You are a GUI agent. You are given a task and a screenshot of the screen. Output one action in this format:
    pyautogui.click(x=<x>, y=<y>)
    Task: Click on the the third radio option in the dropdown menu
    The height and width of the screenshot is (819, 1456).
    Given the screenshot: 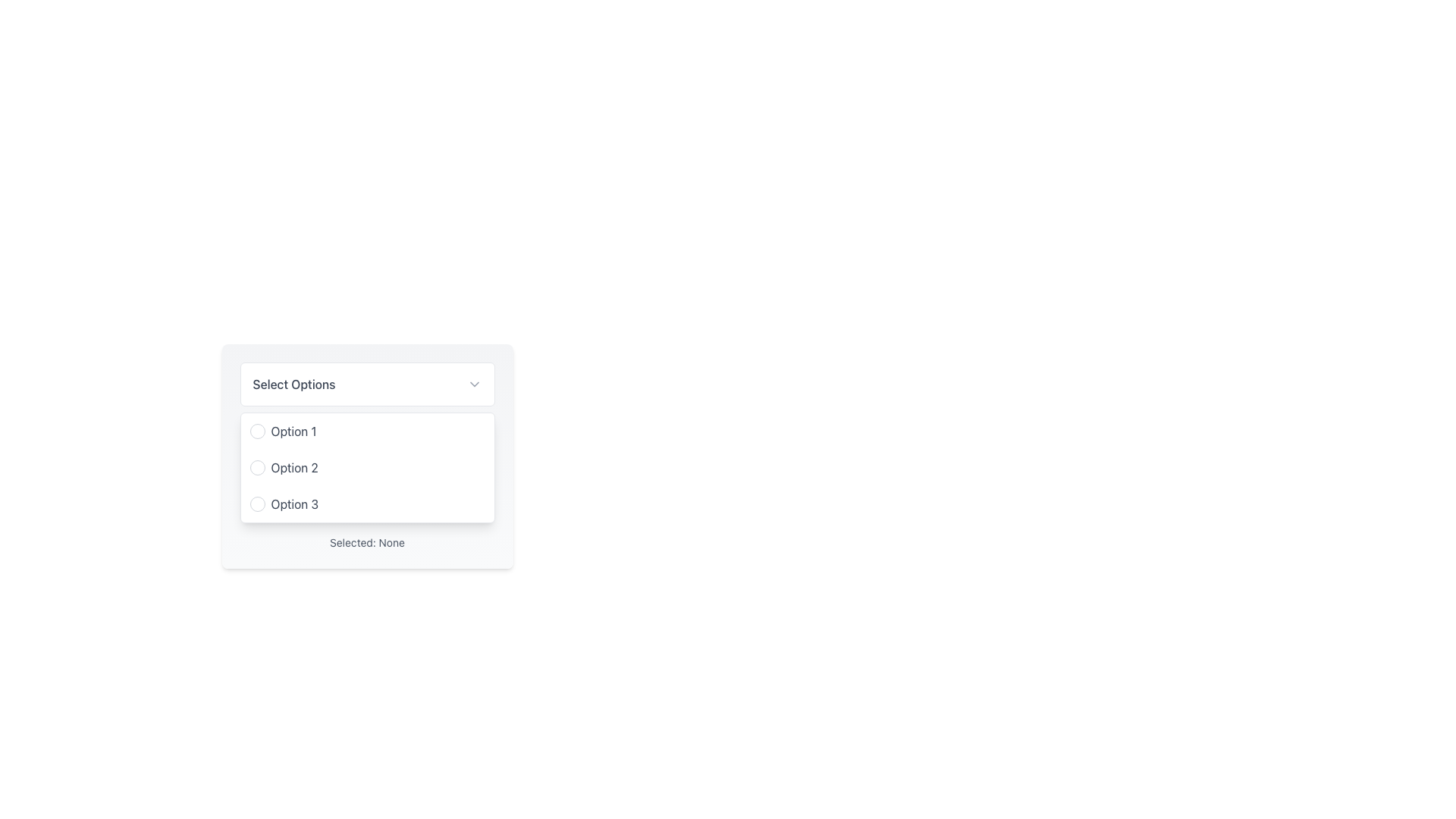 What is the action you would take?
    pyautogui.click(x=367, y=504)
    